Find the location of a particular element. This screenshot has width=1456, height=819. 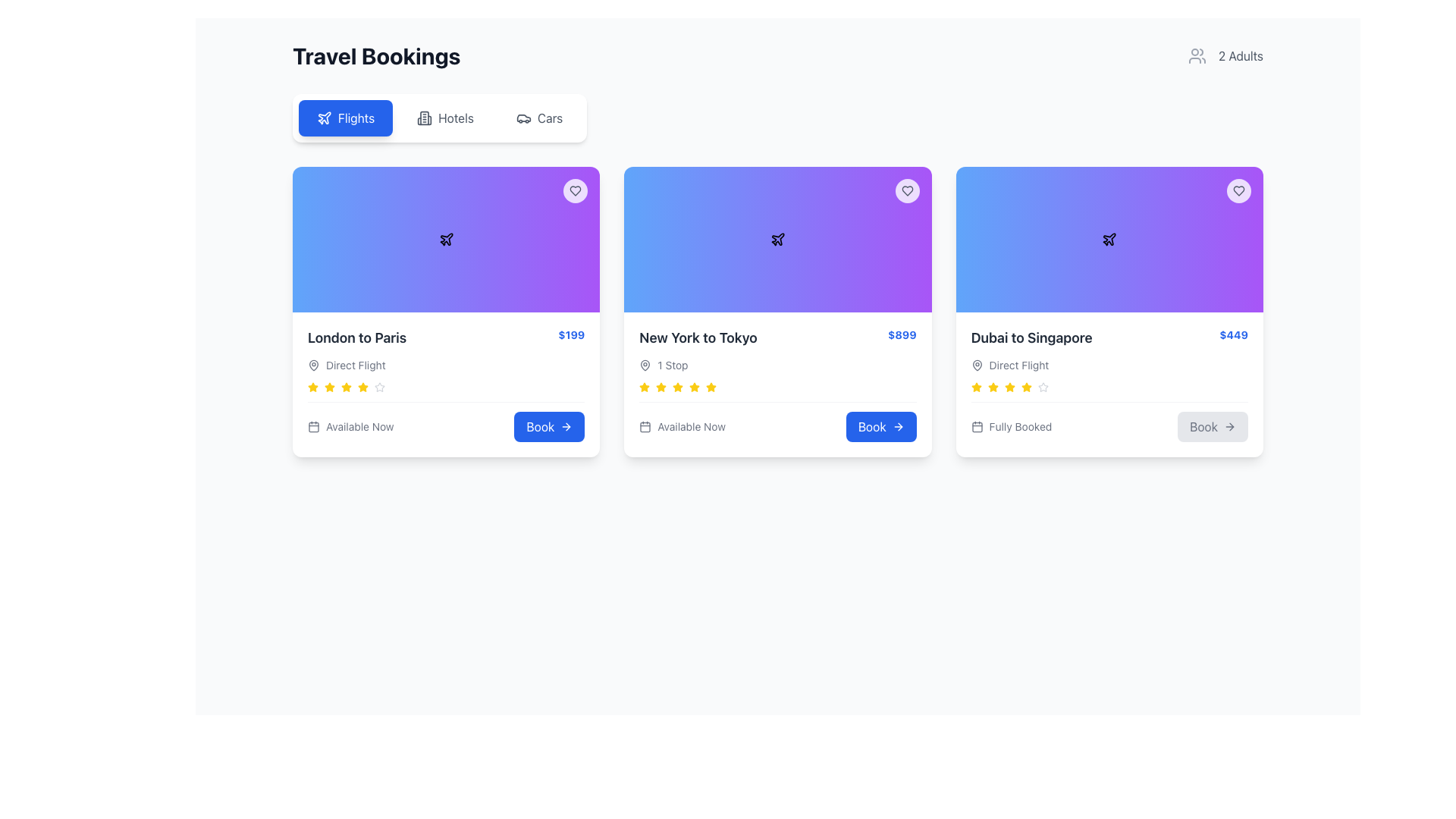

status information from the 'Fully Booked' label, which is styled in gray and located above the 'Book' button on the travel booking interface is located at coordinates (1012, 427).